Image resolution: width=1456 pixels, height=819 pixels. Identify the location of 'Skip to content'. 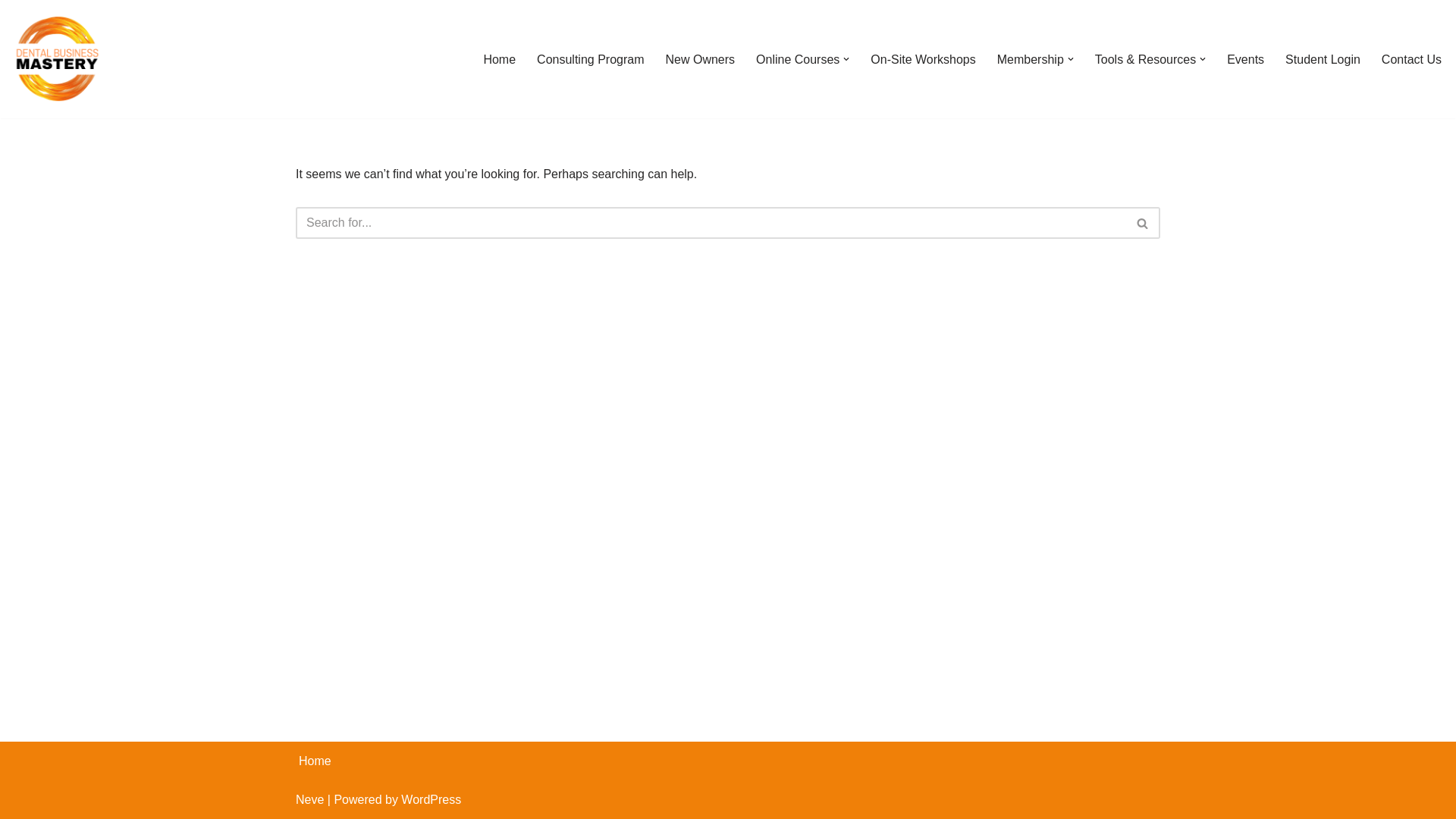
(11, 32).